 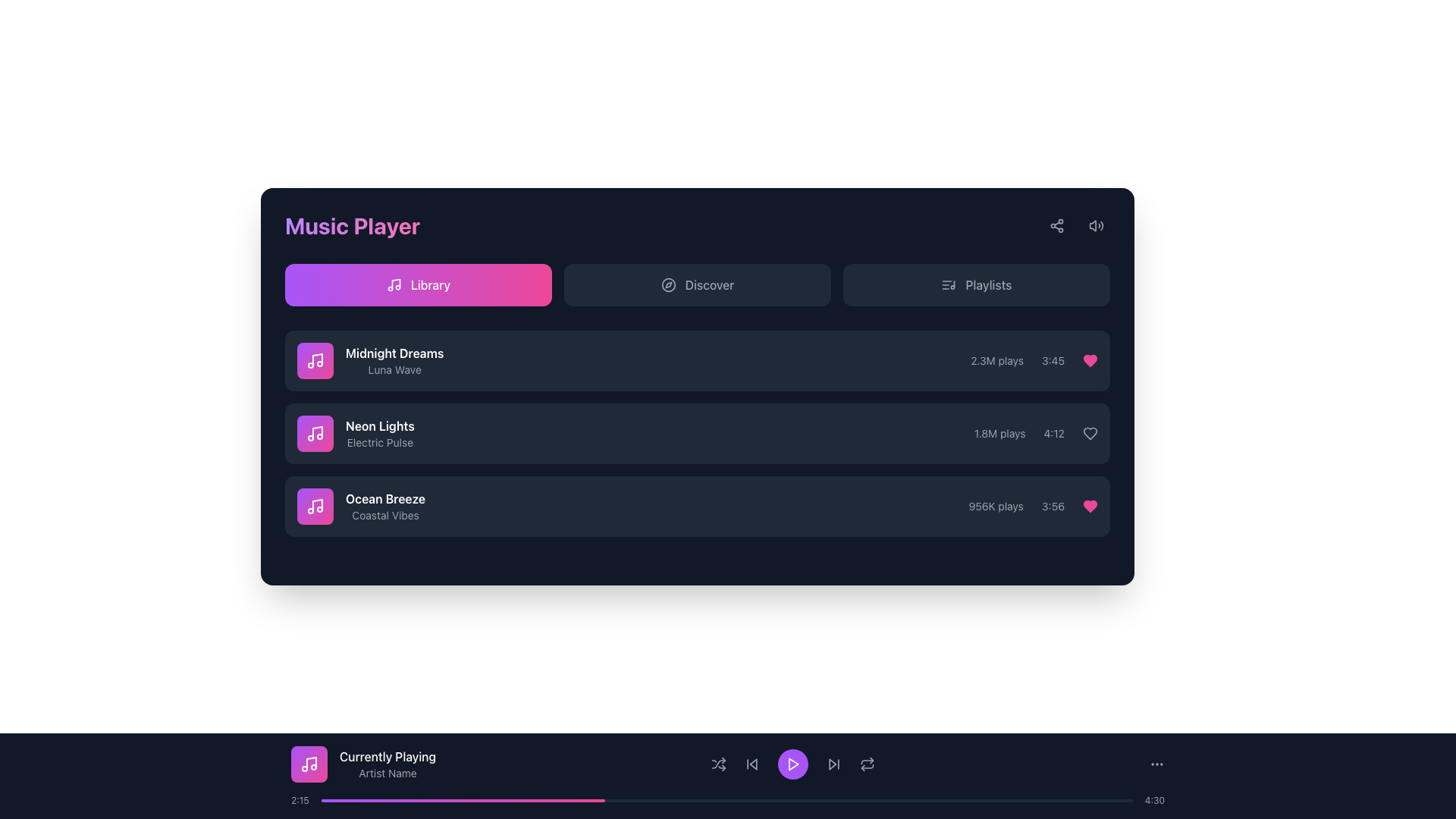 I want to click on the third item in the vertically stacked list displaying the title and subtitle of a music track, so click(x=385, y=506).